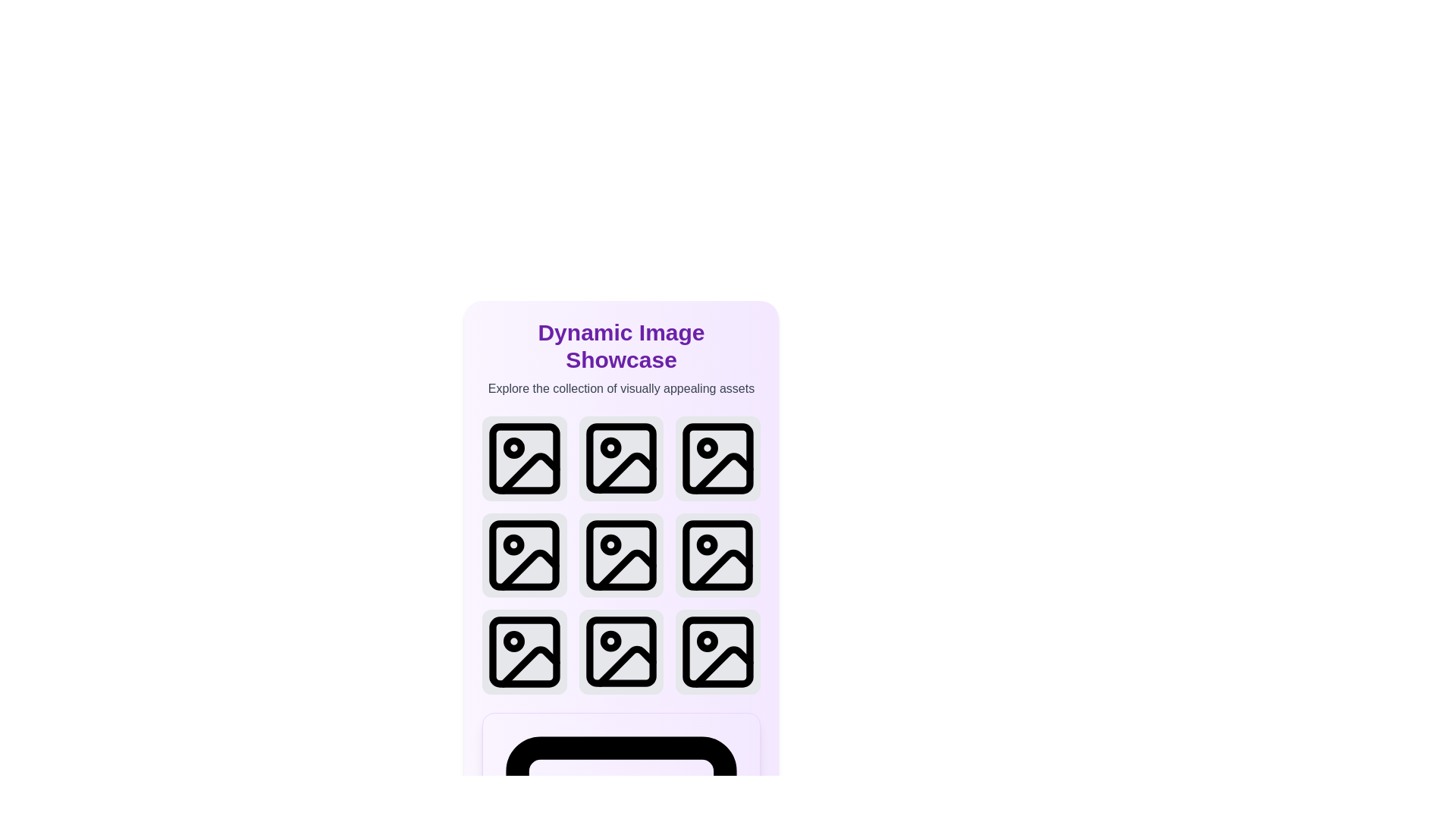  What do you see at coordinates (621, 555) in the screenshot?
I see `the small rectangle with rounded edges located in the top-left corner of the image placeholder icon in the second row of a 3x3 grid` at bounding box center [621, 555].